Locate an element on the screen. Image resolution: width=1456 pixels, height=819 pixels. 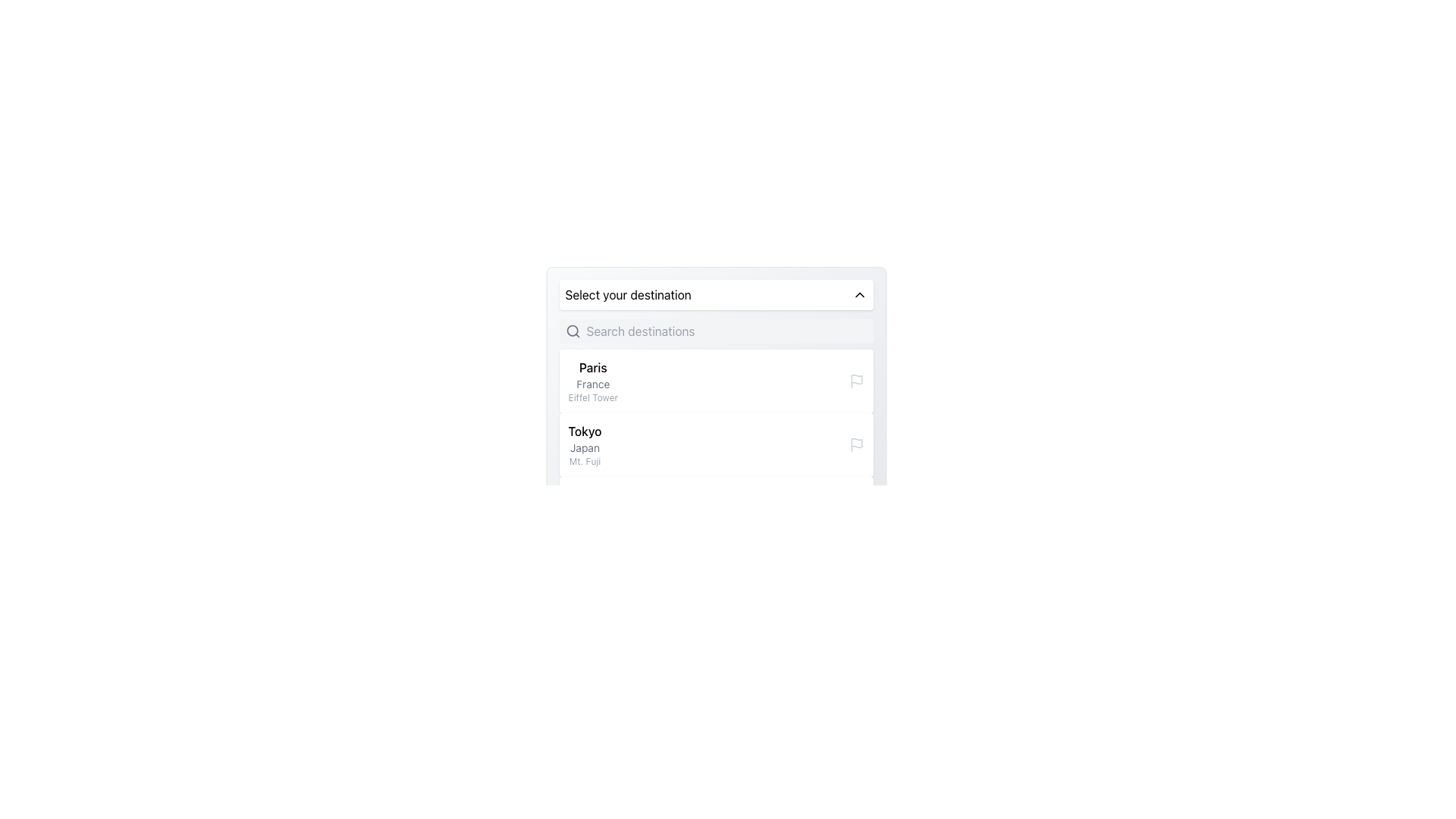
the flag icon located to the right of the text details for 'Paris, France' in the list of destinations is located at coordinates (856, 378).